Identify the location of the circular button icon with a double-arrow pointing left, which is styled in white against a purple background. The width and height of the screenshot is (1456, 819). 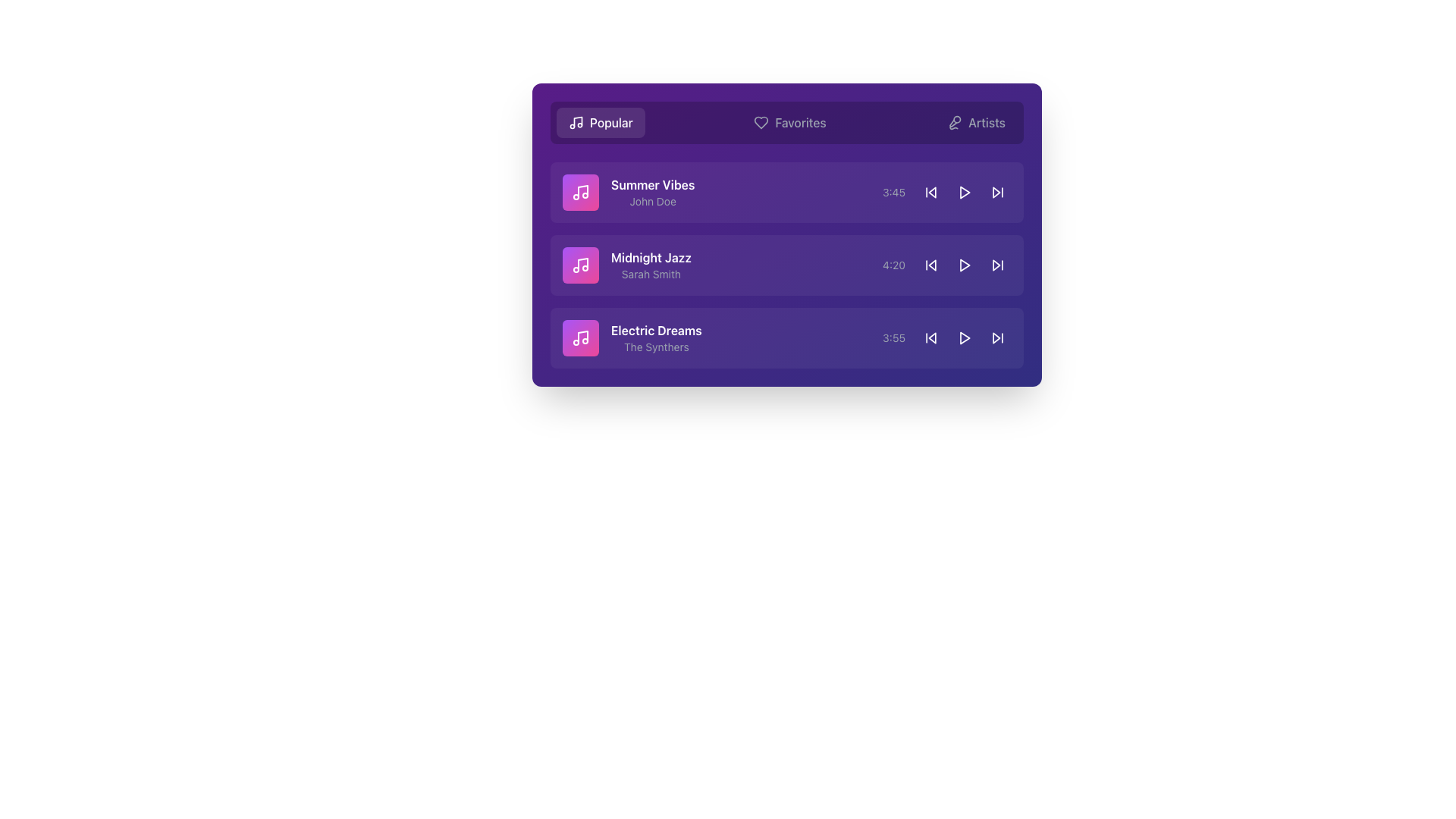
(930, 265).